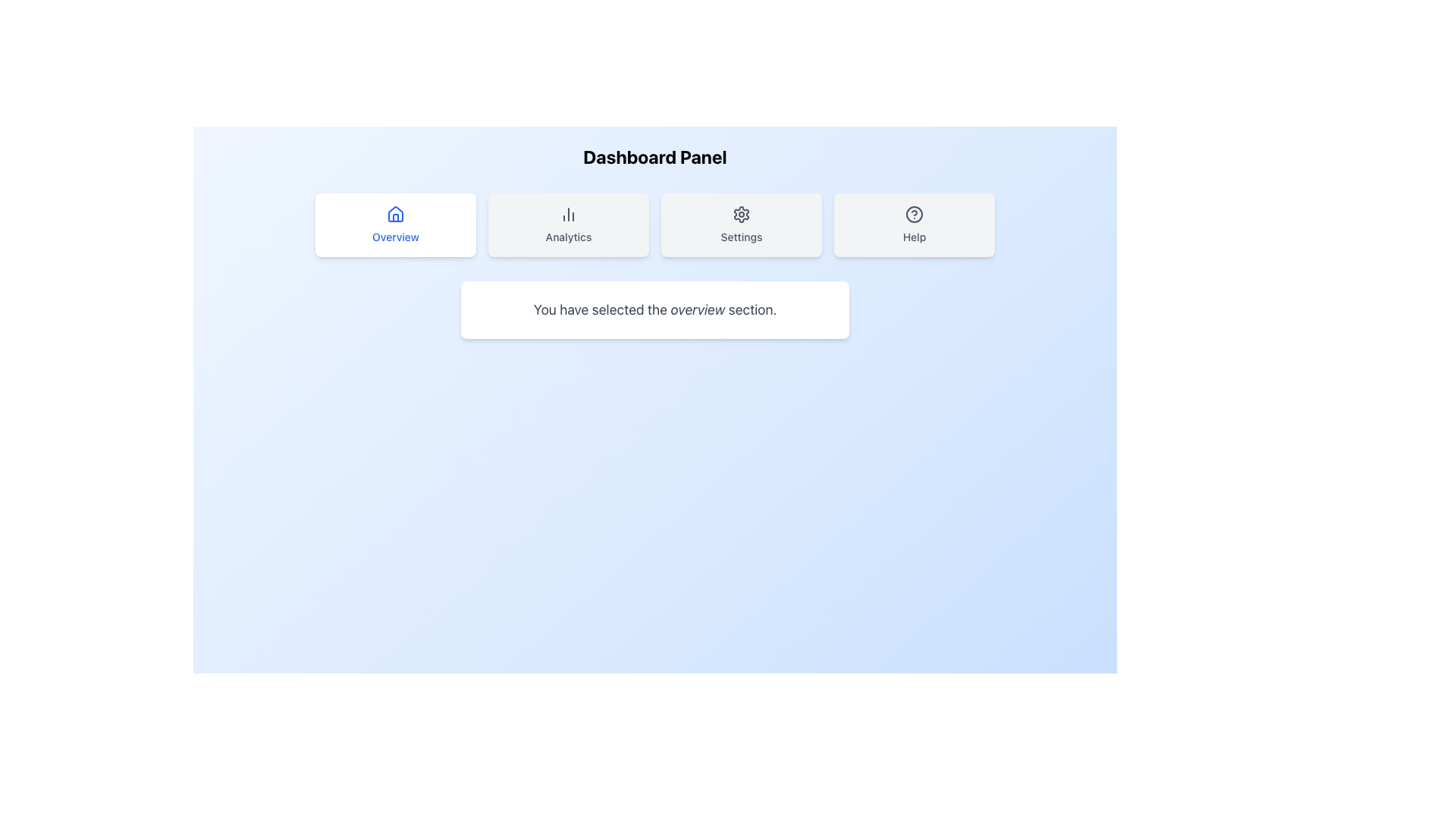  Describe the element at coordinates (567, 237) in the screenshot. I see `the text label displaying 'Analytics' in gray color, located beneath the column chart icon in the menu bar` at that location.